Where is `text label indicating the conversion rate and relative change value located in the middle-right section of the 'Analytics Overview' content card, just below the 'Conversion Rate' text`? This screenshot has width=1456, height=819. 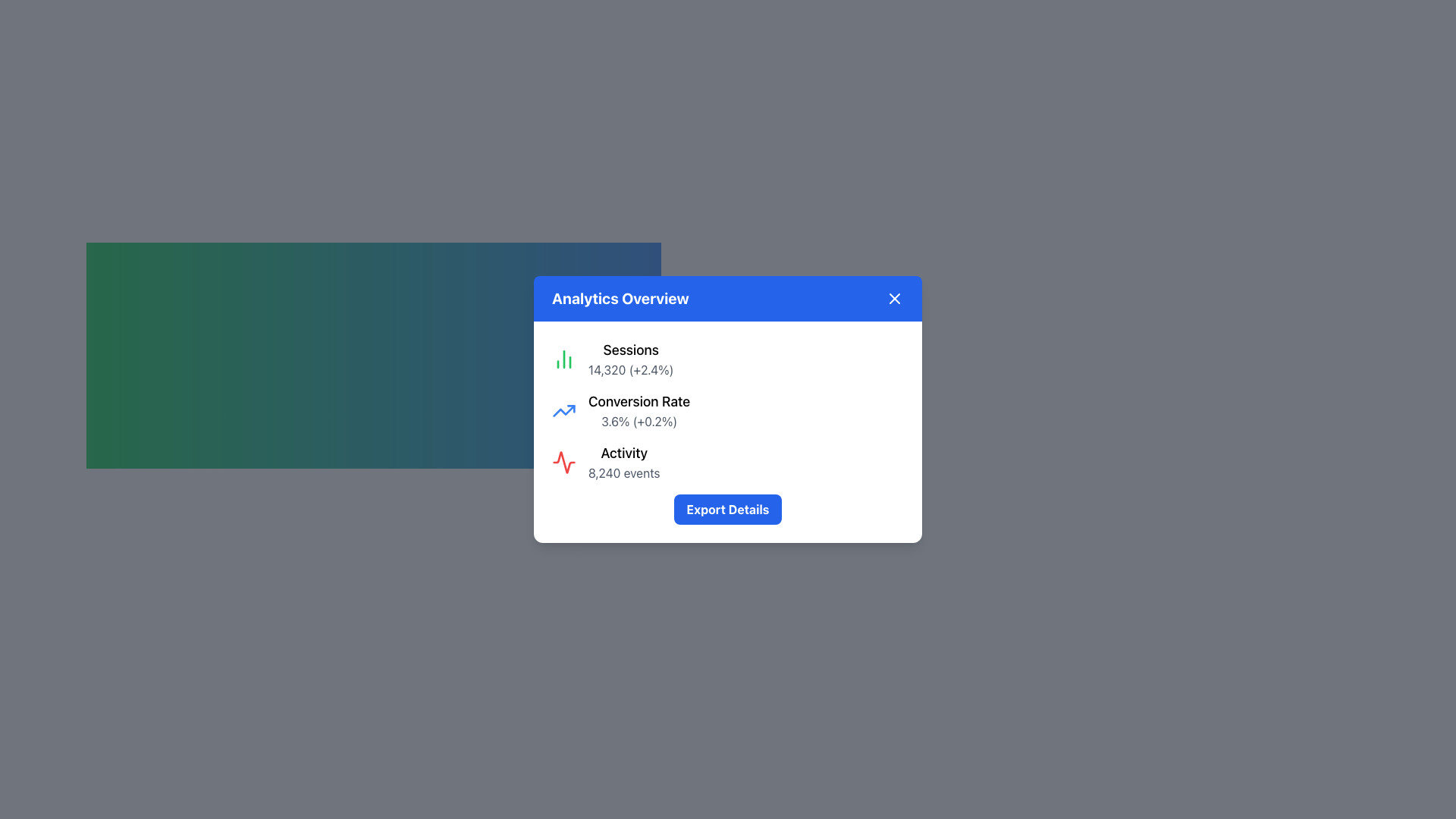
text label indicating the conversion rate and relative change value located in the middle-right section of the 'Analytics Overview' content card, just below the 'Conversion Rate' text is located at coordinates (639, 421).